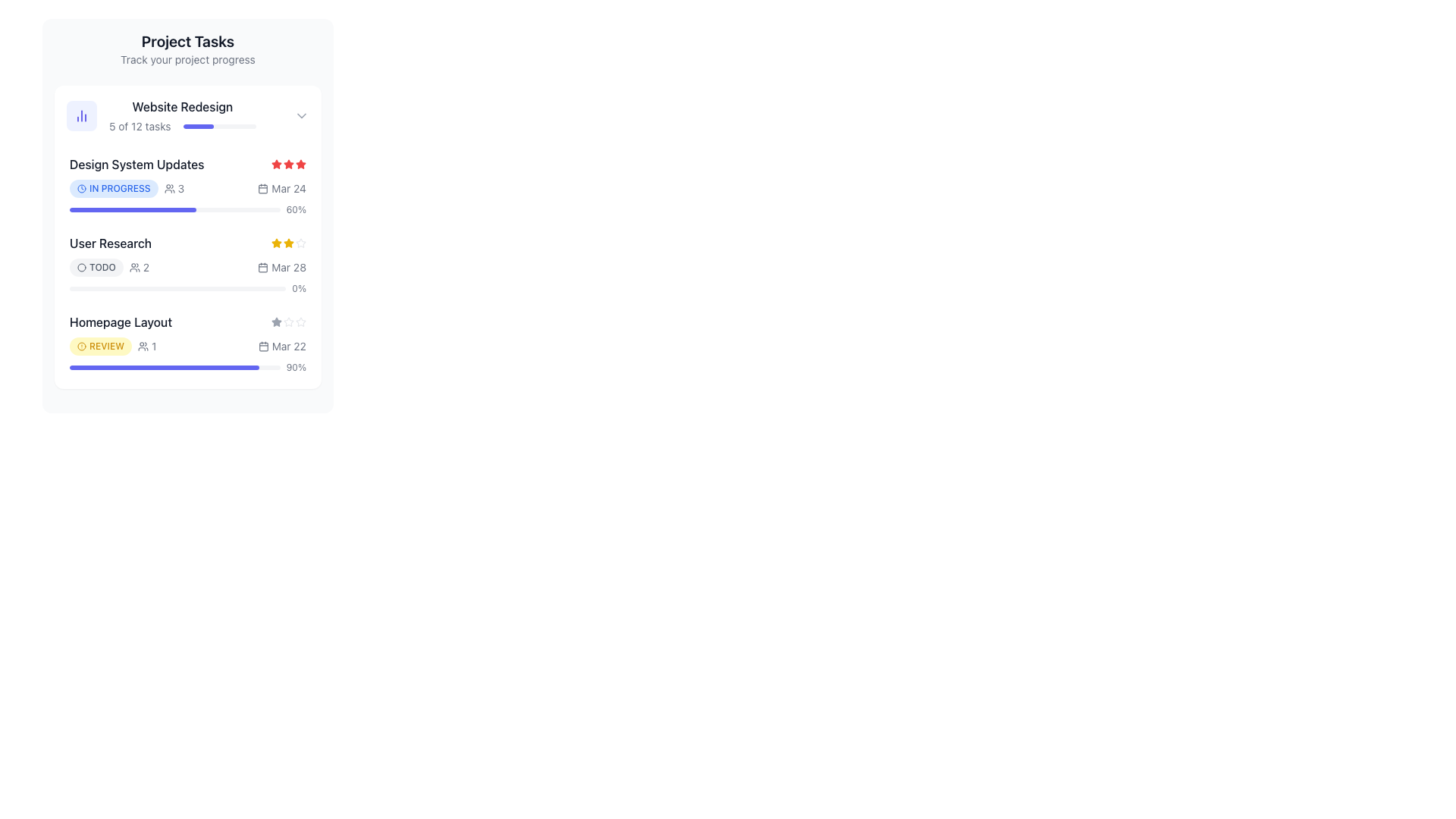 This screenshot has width=1456, height=819. Describe the element at coordinates (282, 267) in the screenshot. I see `the Date display element that represents the due date for the 'User Research' task, located in the third section of the task list card, at the right side of the row` at that location.